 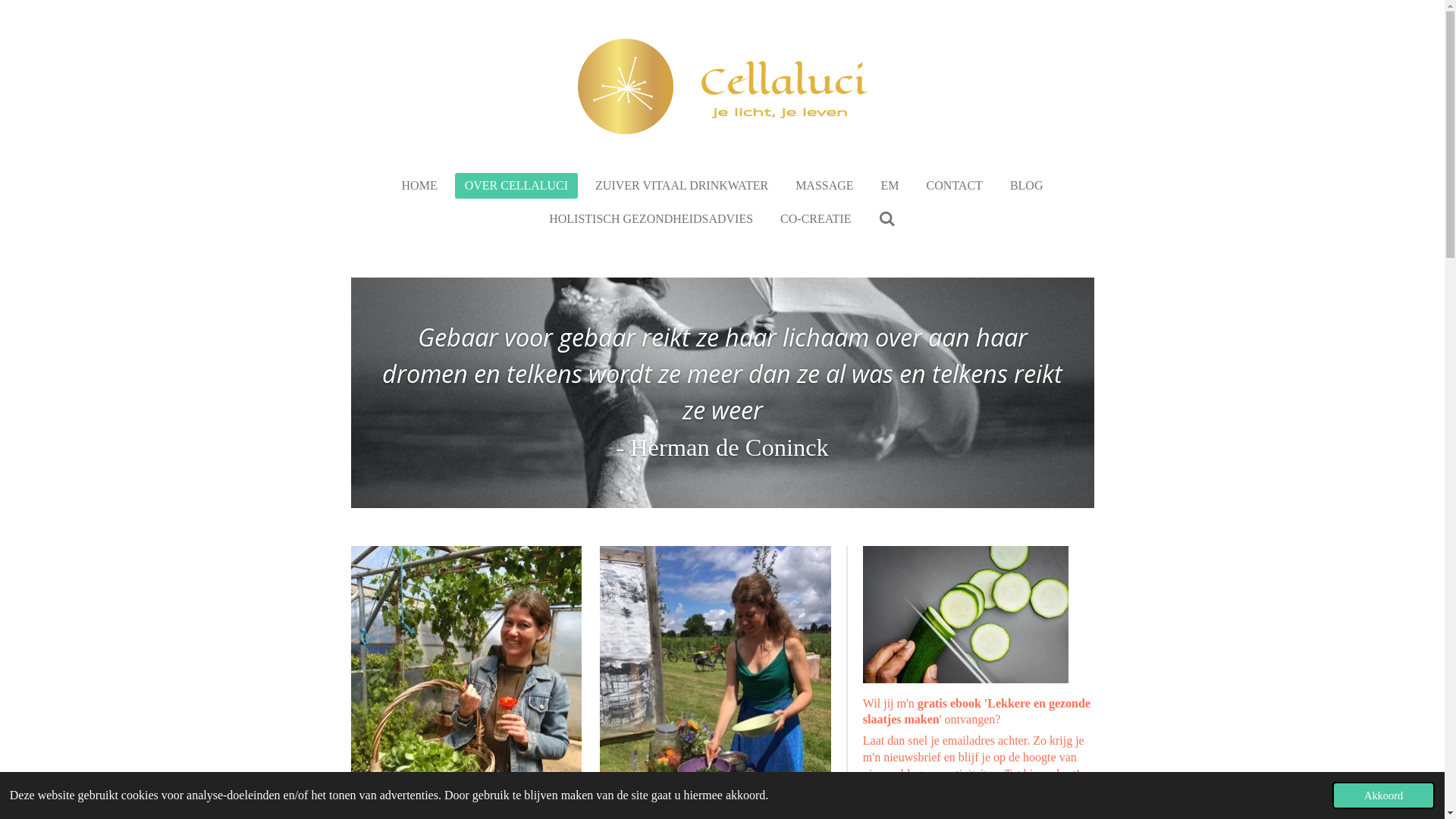 What do you see at coordinates (823, 185) in the screenshot?
I see `'MASSAGE'` at bounding box center [823, 185].